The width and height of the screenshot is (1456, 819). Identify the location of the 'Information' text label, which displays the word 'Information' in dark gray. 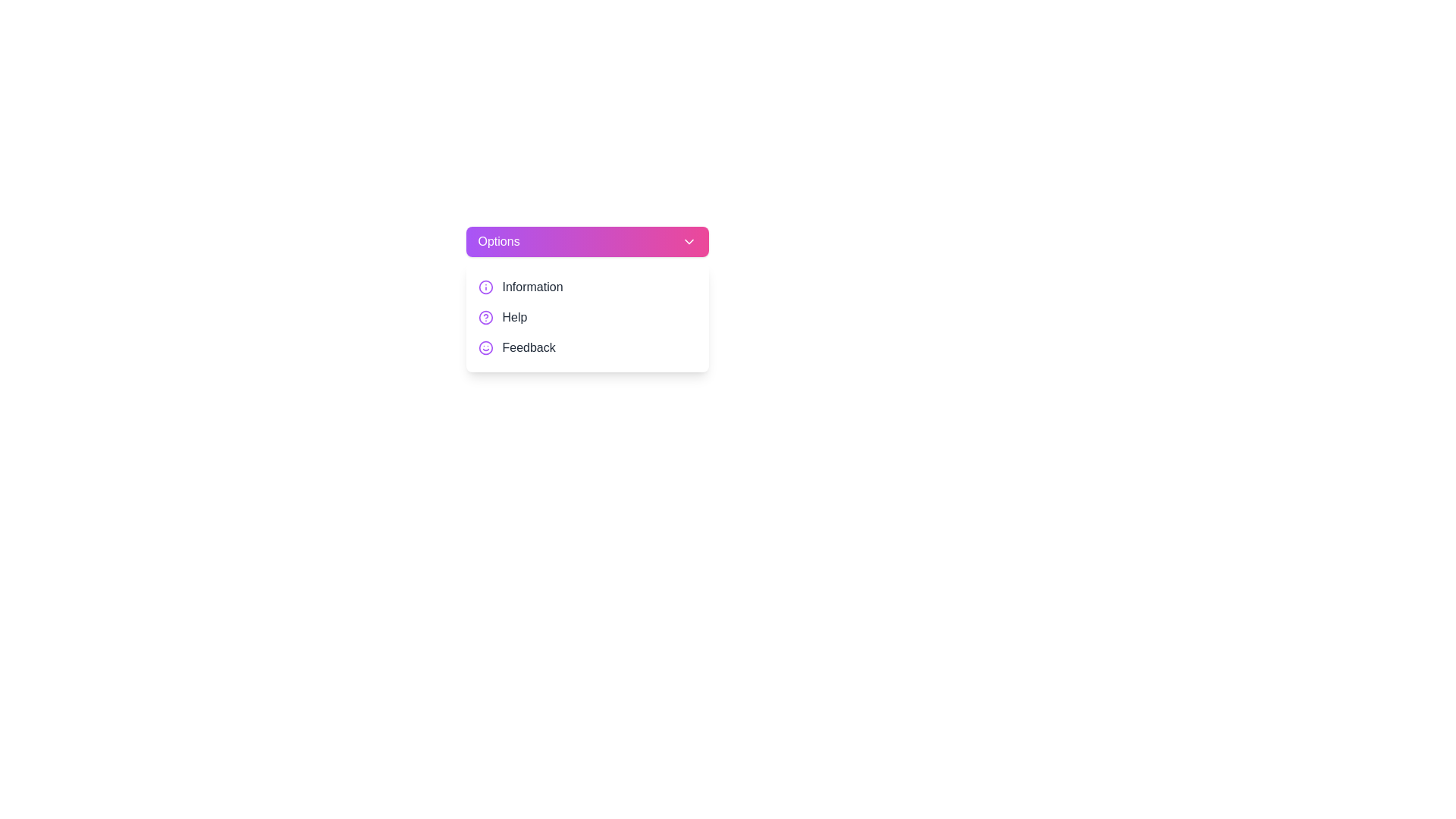
(532, 287).